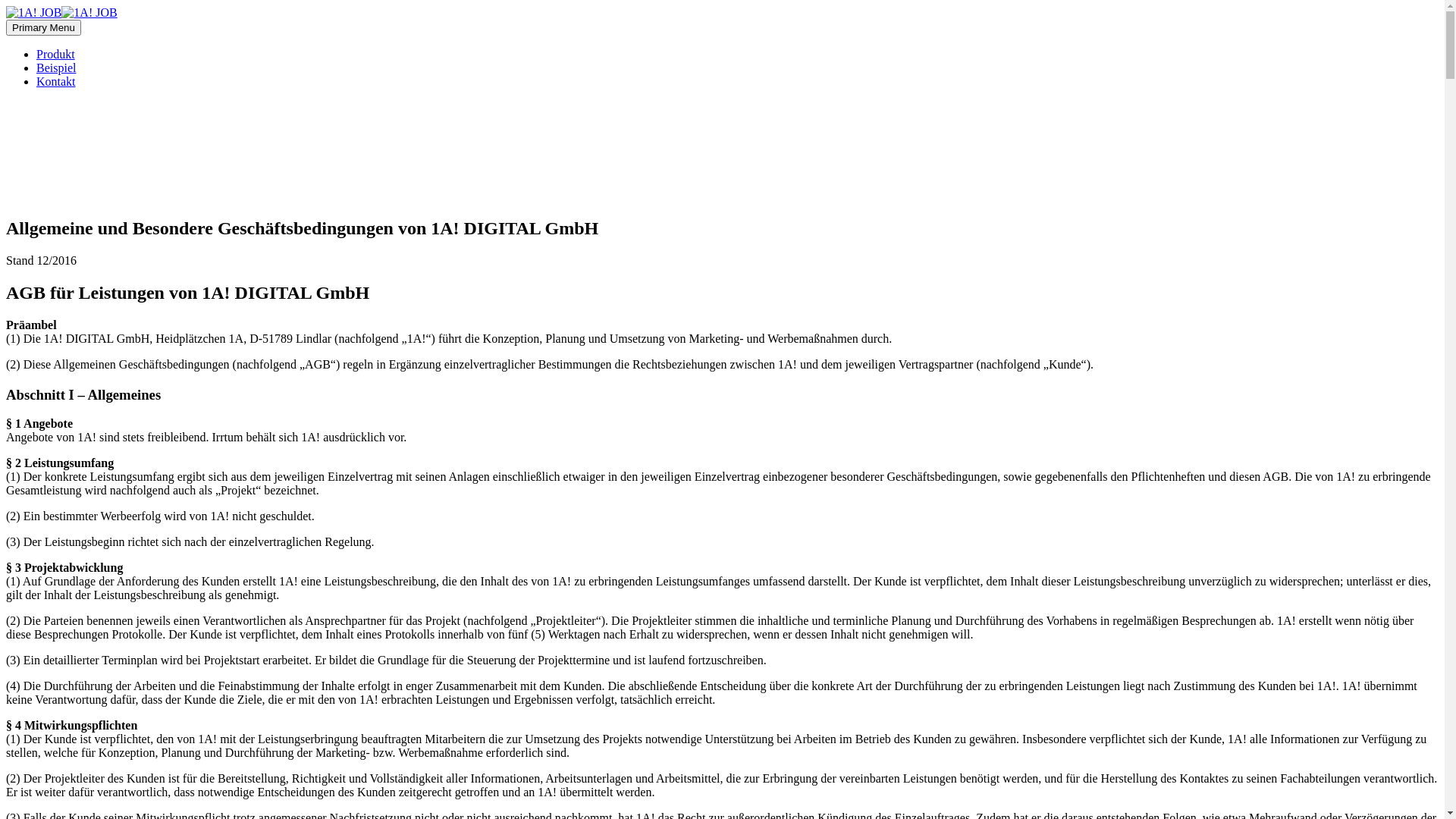 This screenshot has height=819, width=1456. I want to click on 'Beispiel', so click(55, 67).